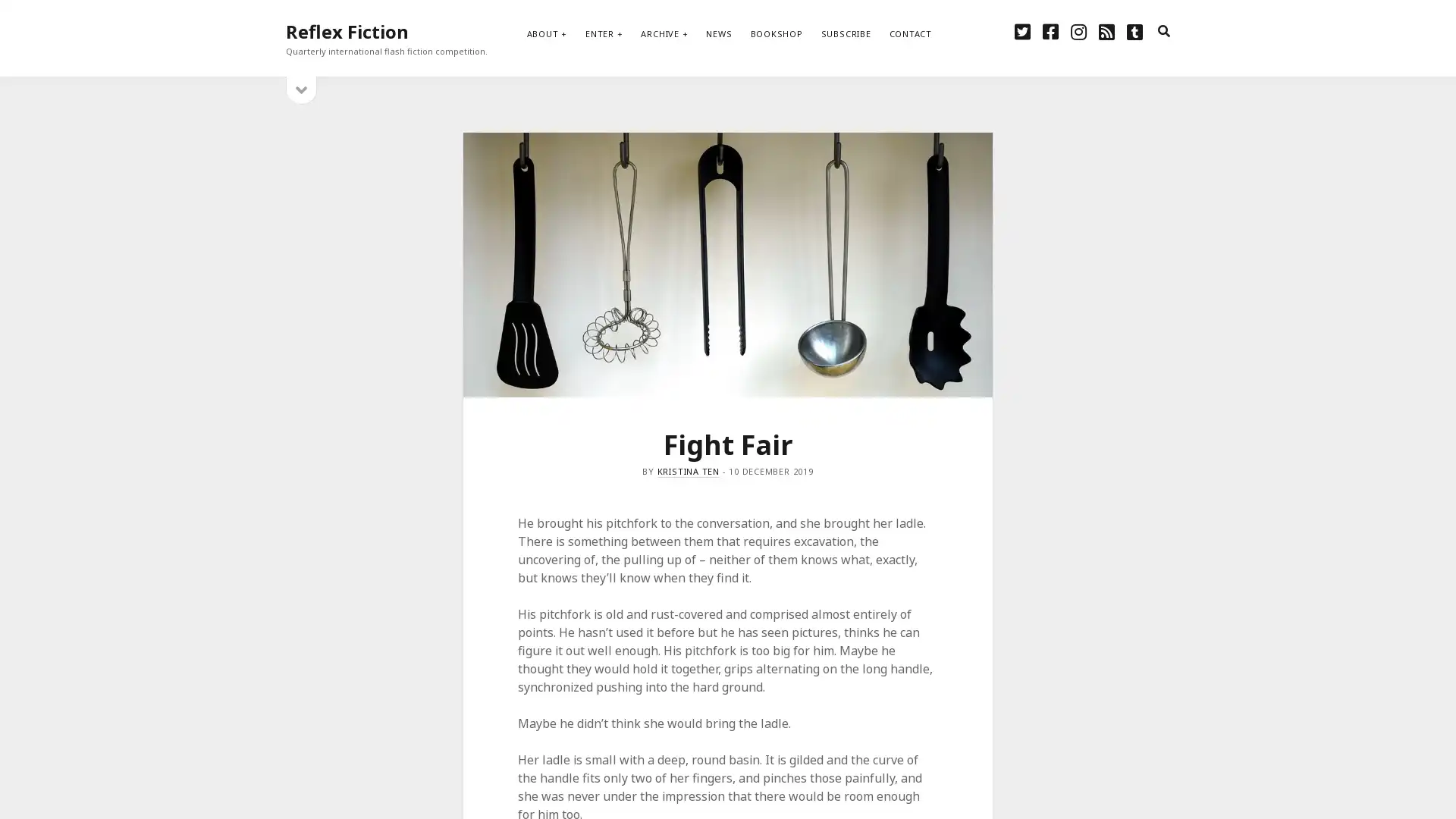 This screenshot has width=1456, height=819. Describe the element at coordinates (300, 90) in the screenshot. I see `open sidebar` at that location.